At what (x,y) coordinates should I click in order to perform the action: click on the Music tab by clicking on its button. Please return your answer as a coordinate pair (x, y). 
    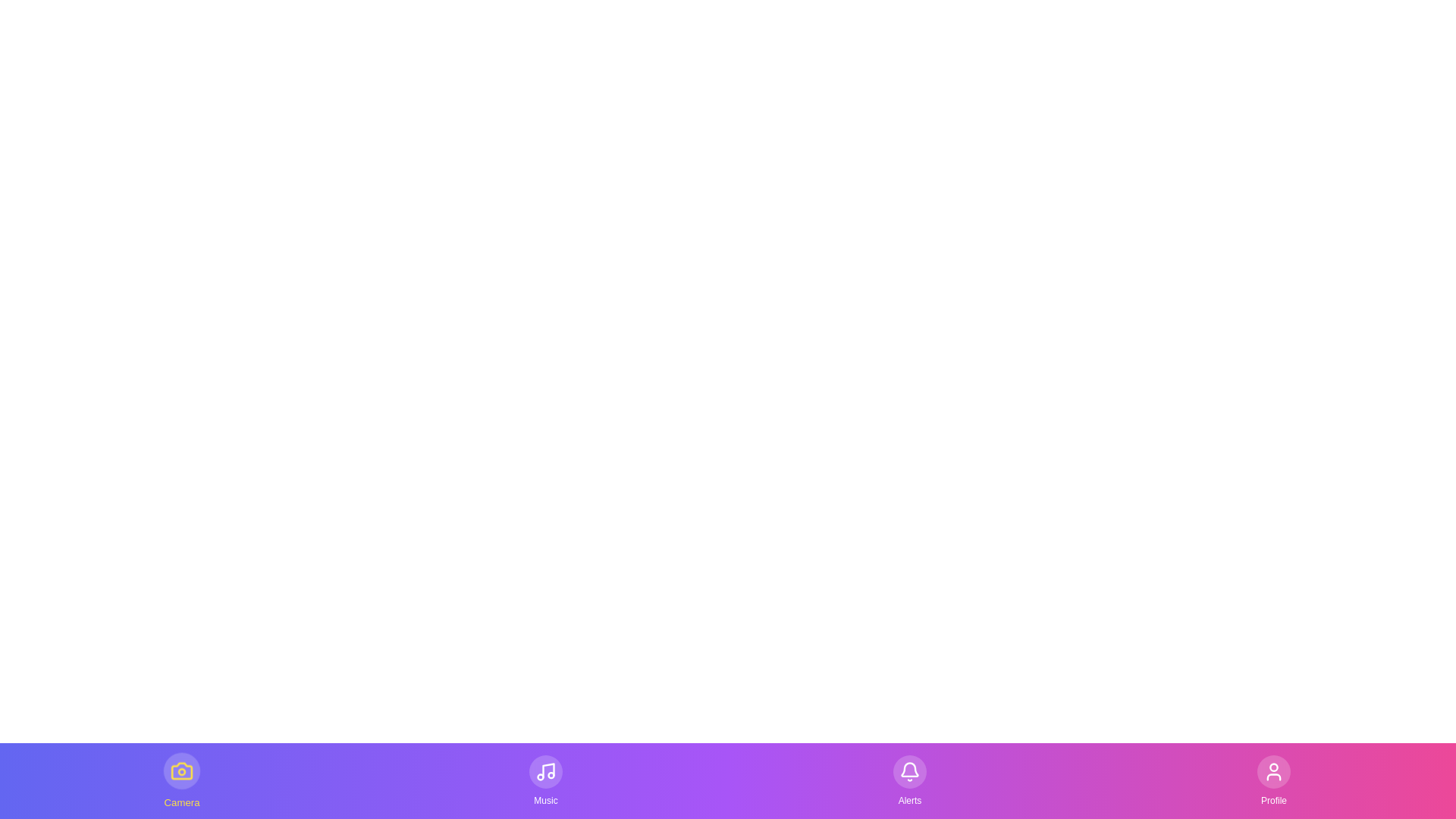
    Looking at the image, I should click on (546, 780).